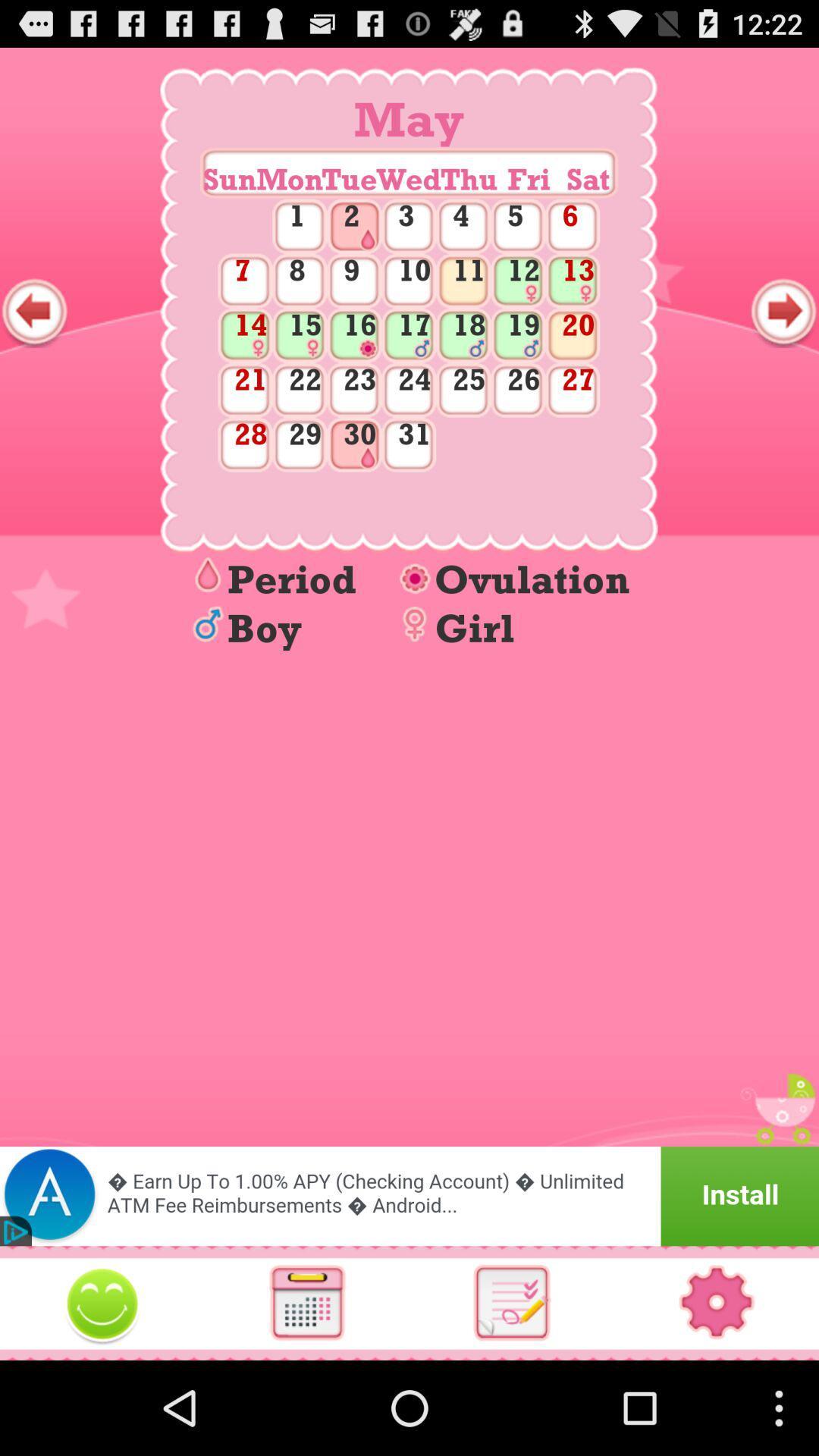 The image size is (819, 1456). Describe the element at coordinates (34, 311) in the screenshot. I see `previous` at that location.